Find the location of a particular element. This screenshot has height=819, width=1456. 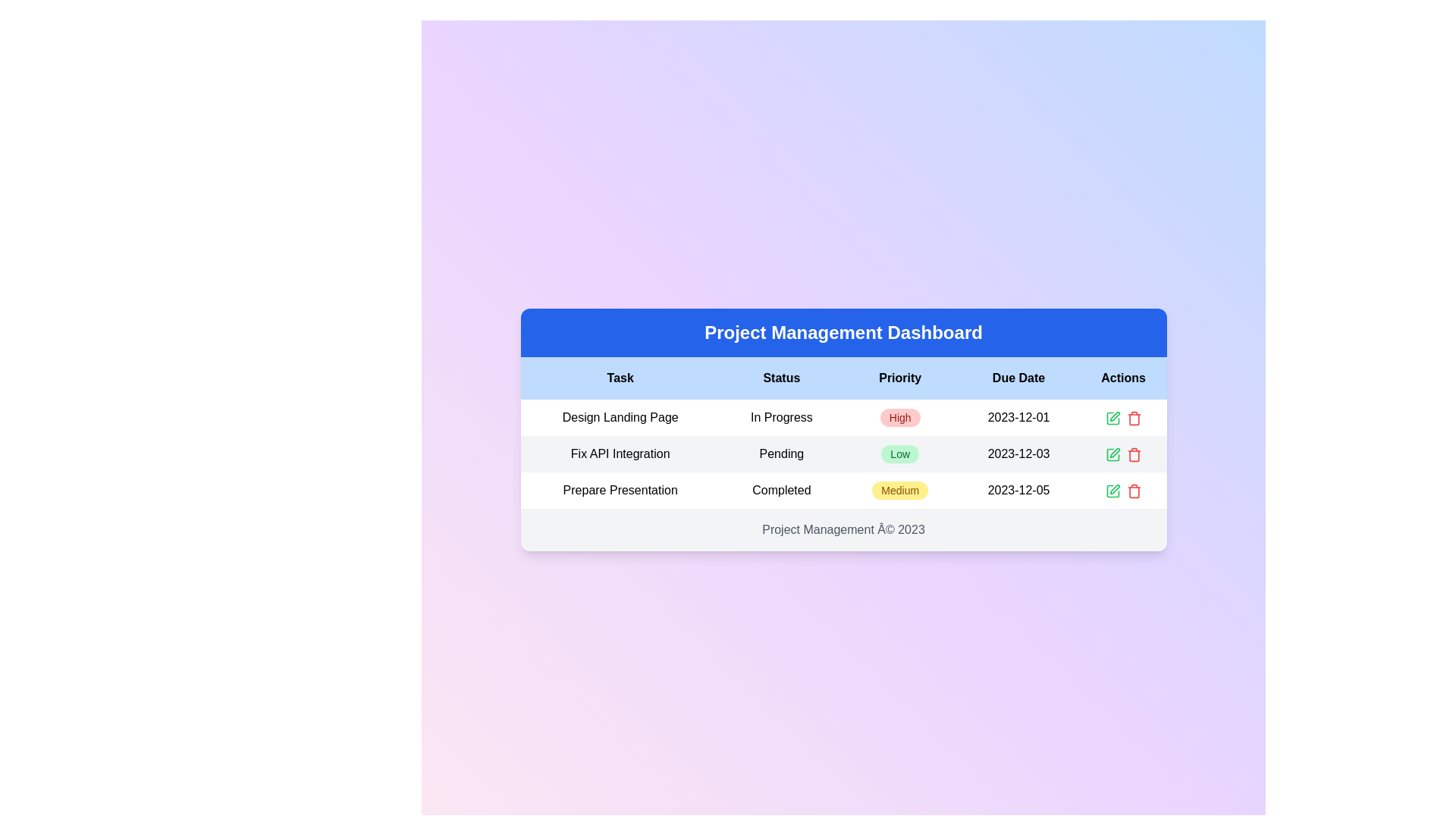

the text label that says 'Fix API Integration', which is located in the second row of the data table under the 'Task' column, to the left of the 'Pending' status is located at coordinates (620, 453).